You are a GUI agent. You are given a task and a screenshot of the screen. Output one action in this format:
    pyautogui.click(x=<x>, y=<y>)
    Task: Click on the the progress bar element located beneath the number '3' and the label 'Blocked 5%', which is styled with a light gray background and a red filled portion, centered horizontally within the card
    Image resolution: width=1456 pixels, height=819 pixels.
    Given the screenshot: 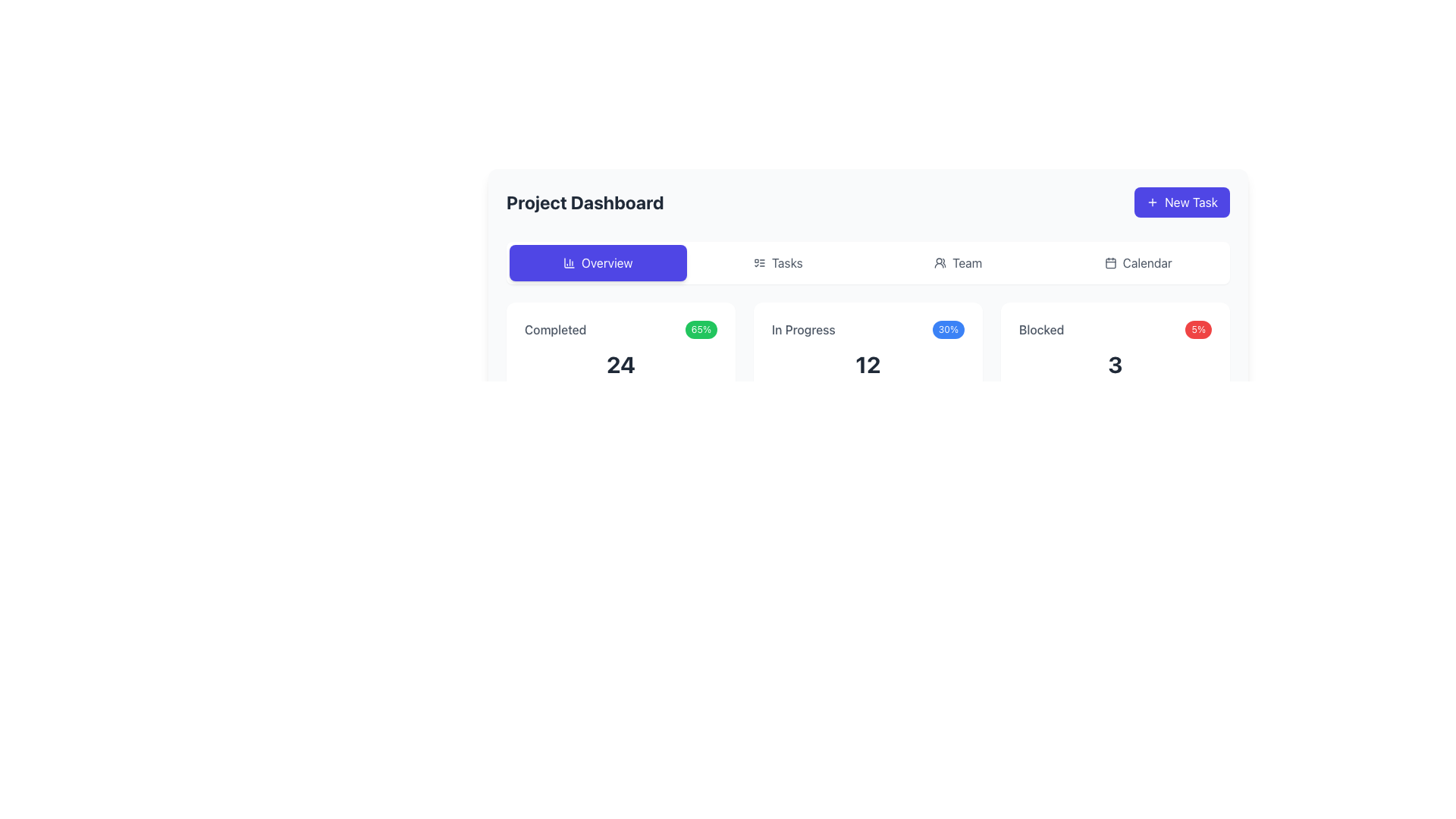 What is the action you would take?
    pyautogui.click(x=1115, y=393)
    